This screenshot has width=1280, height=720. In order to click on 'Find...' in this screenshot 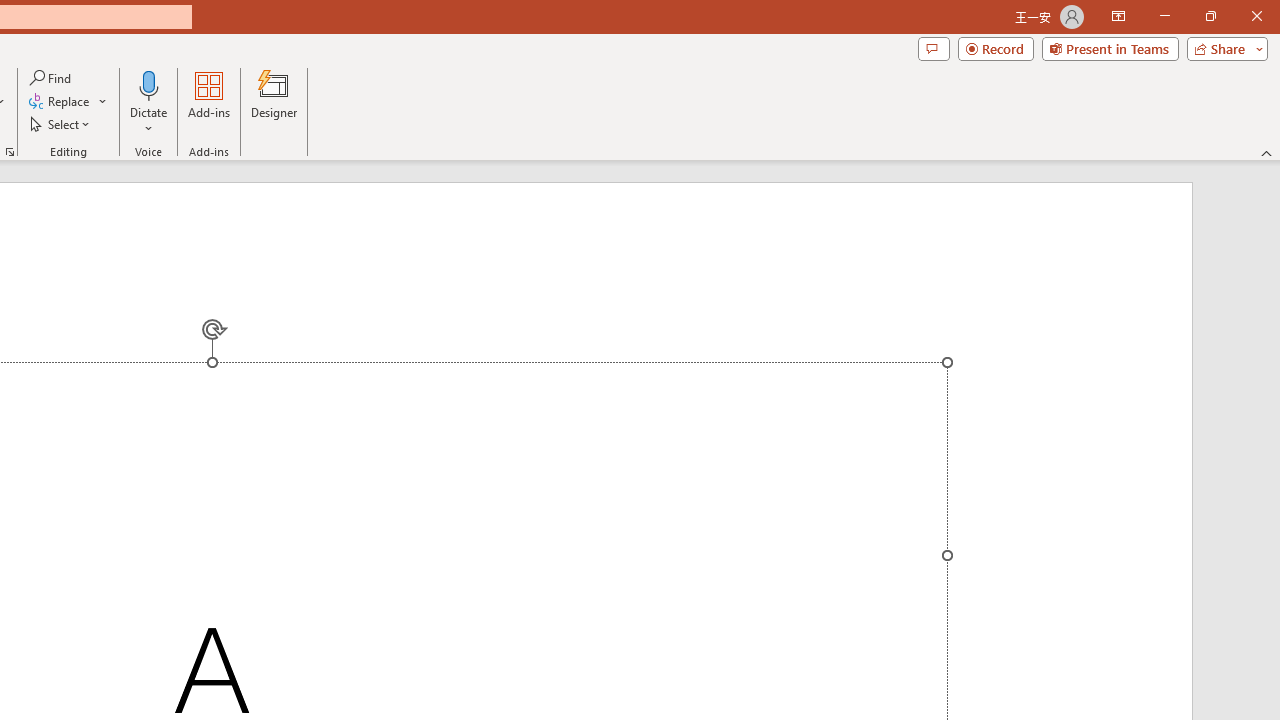, I will do `click(51, 77)`.